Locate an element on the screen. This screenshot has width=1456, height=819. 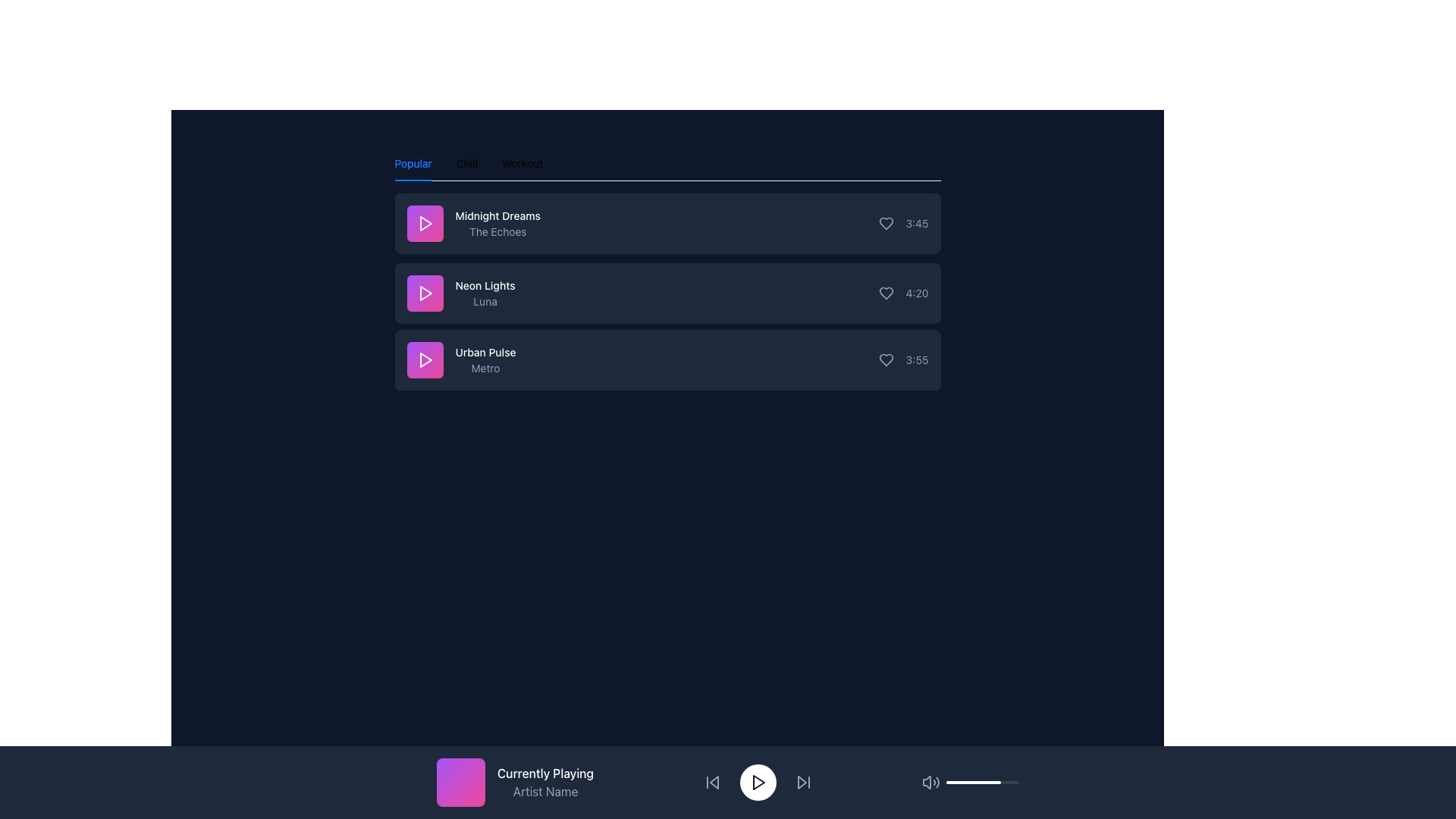
the text label displaying the song title and artist name located in the first row of the song list, positioned to the right of the play button is located at coordinates (472, 223).